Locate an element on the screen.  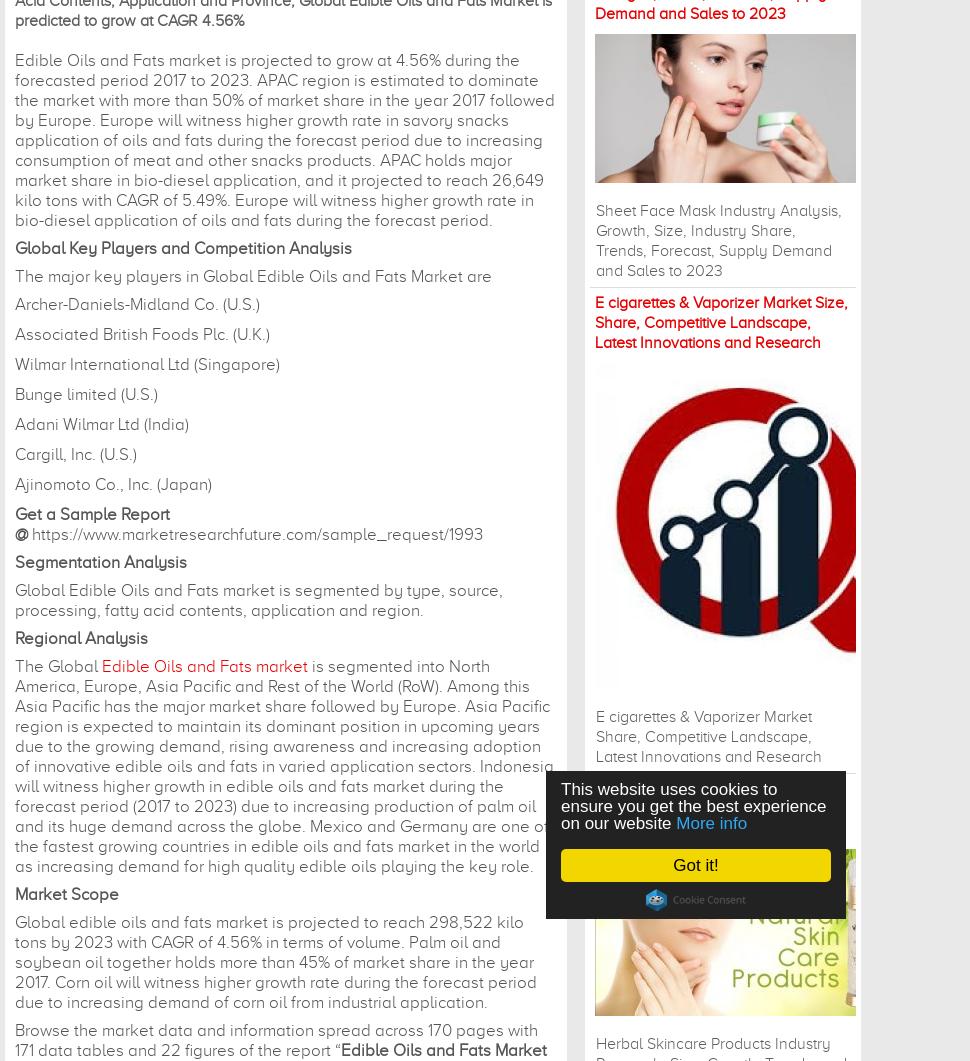
'Ajinomoto Co., Inc. (Japan)' is located at coordinates (15, 483).